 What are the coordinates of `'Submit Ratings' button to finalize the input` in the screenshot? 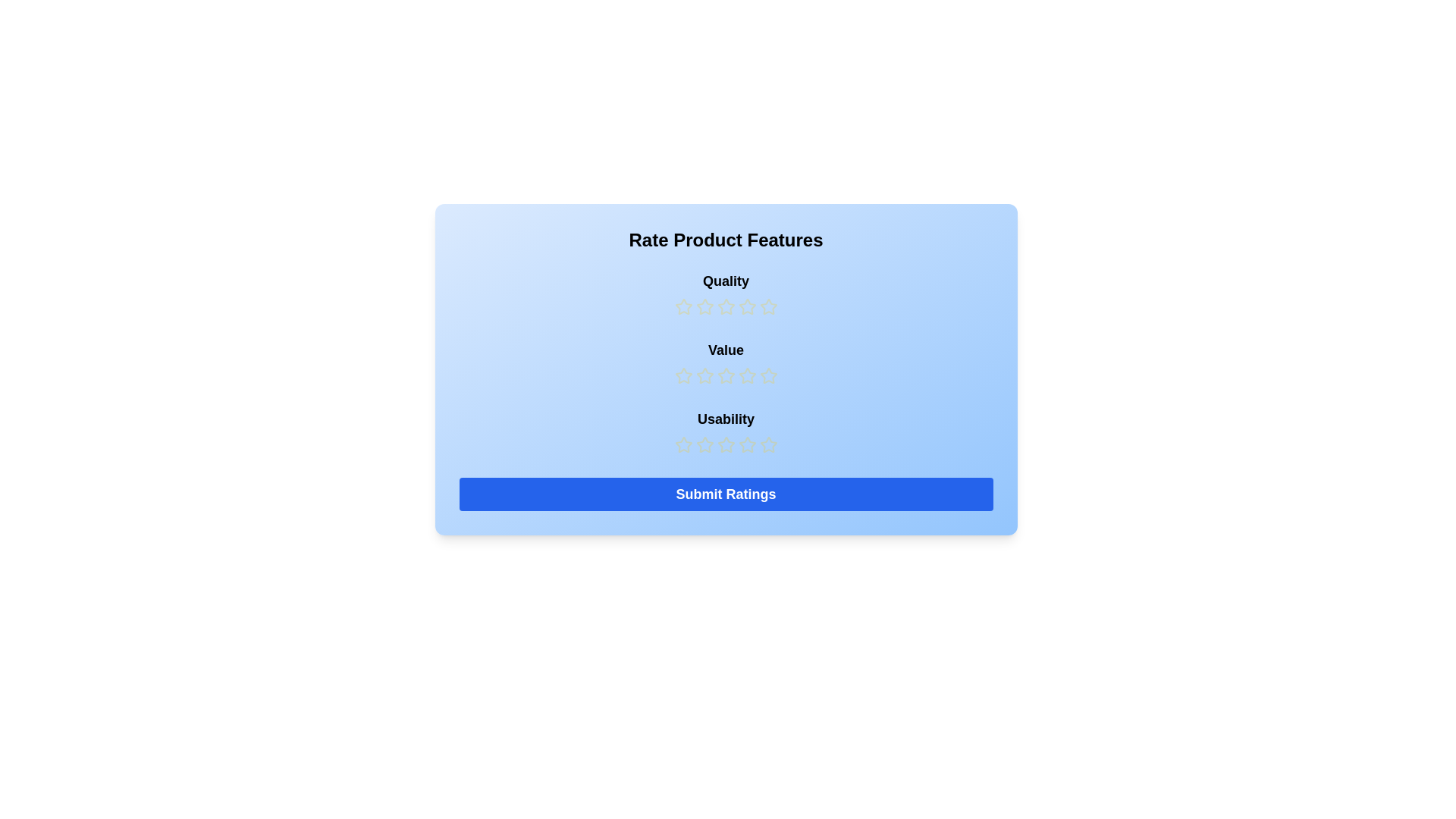 It's located at (725, 494).